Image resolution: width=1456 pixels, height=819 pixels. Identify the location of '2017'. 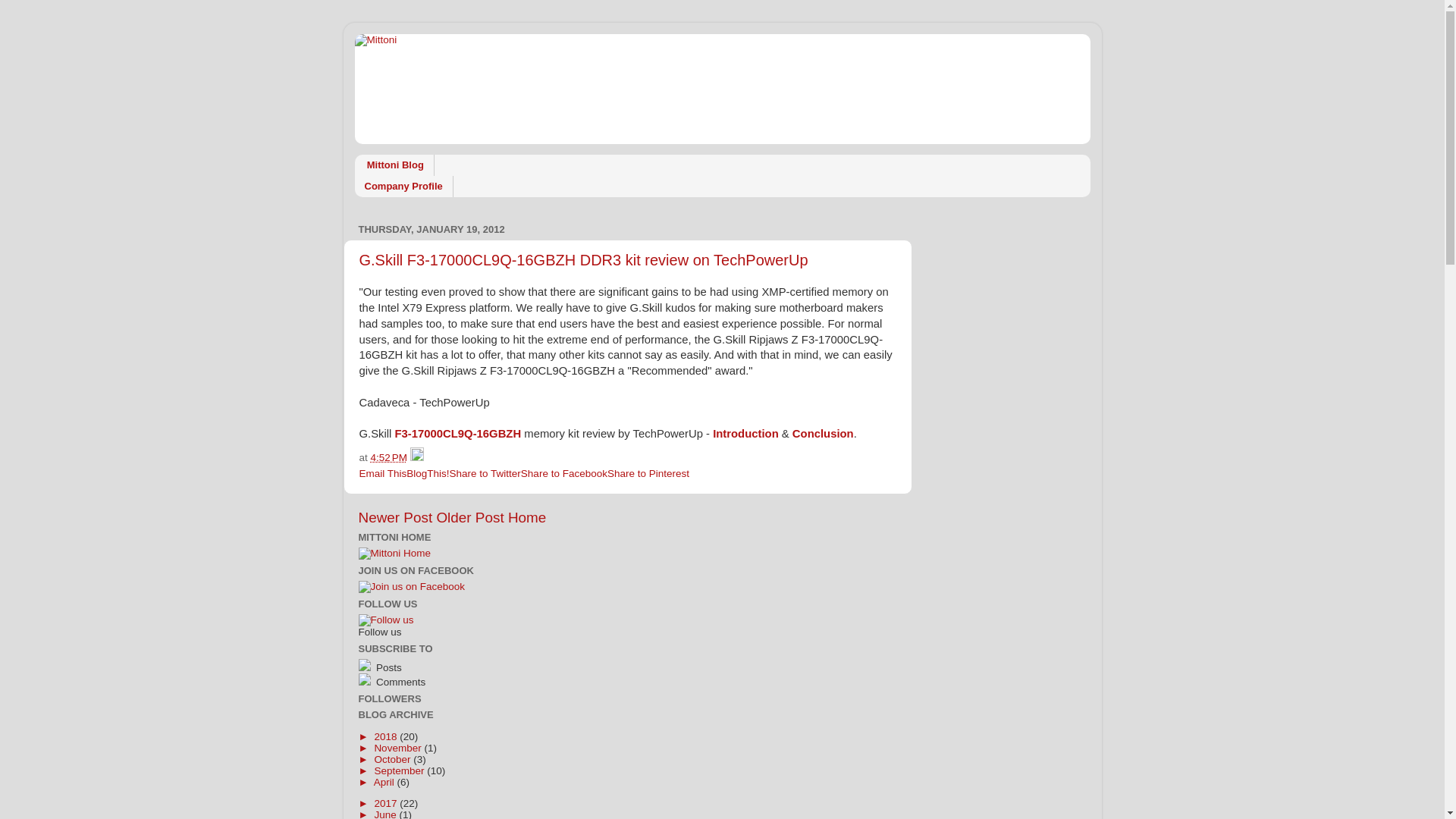
(386, 802).